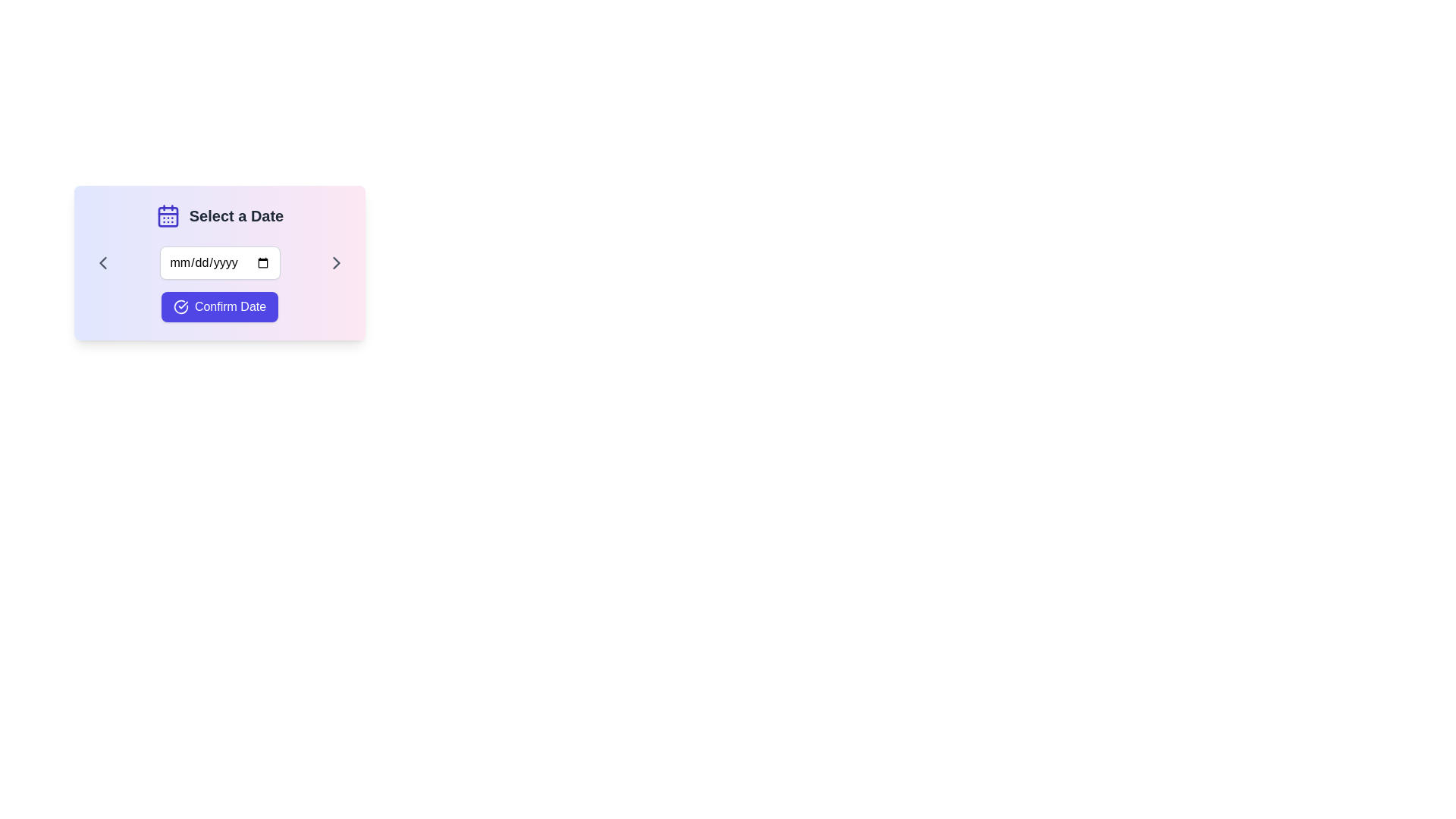 This screenshot has width=1456, height=819. I want to click on the right-pointing chevron icon next to the date input box labeled 'mm/dd/yyyy', so click(336, 262).